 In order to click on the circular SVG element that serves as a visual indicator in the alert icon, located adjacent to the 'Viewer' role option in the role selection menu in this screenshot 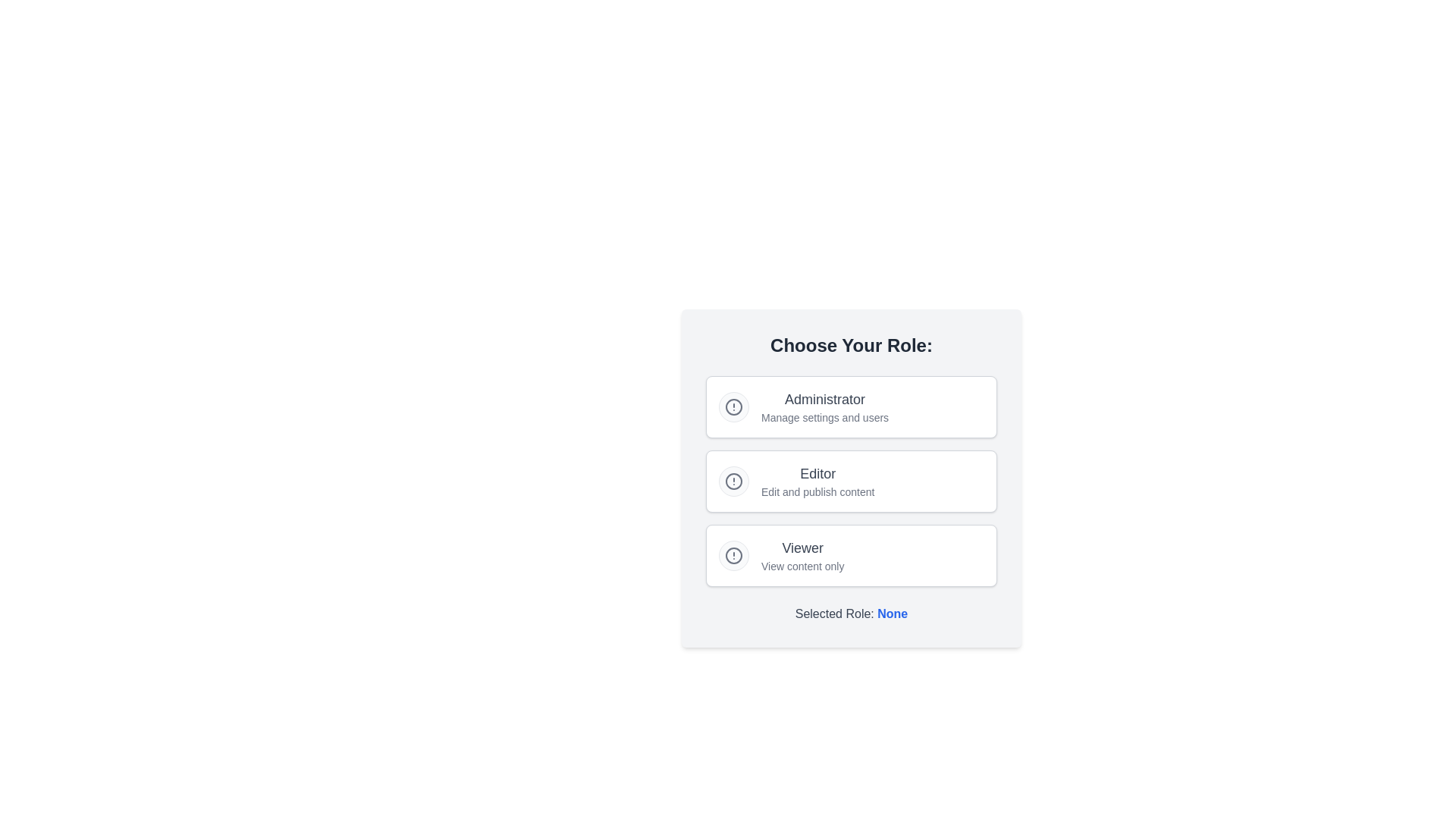, I will do `click(734, 555)`.